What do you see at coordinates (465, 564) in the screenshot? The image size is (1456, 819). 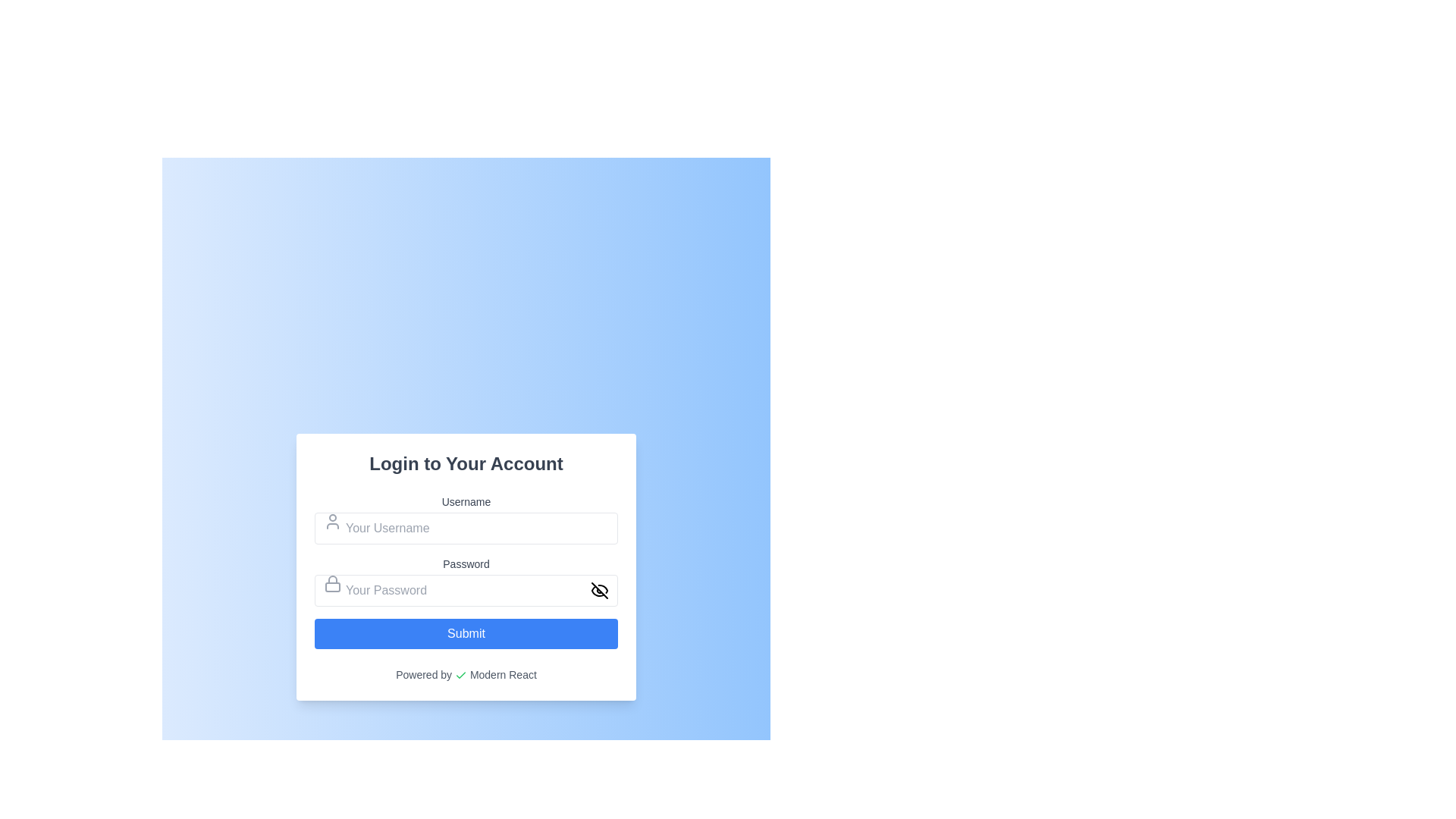 I see `the 'Password' label, which is a small gray text label positioned above the password input field in the login form` at bounding box center [465, 564].